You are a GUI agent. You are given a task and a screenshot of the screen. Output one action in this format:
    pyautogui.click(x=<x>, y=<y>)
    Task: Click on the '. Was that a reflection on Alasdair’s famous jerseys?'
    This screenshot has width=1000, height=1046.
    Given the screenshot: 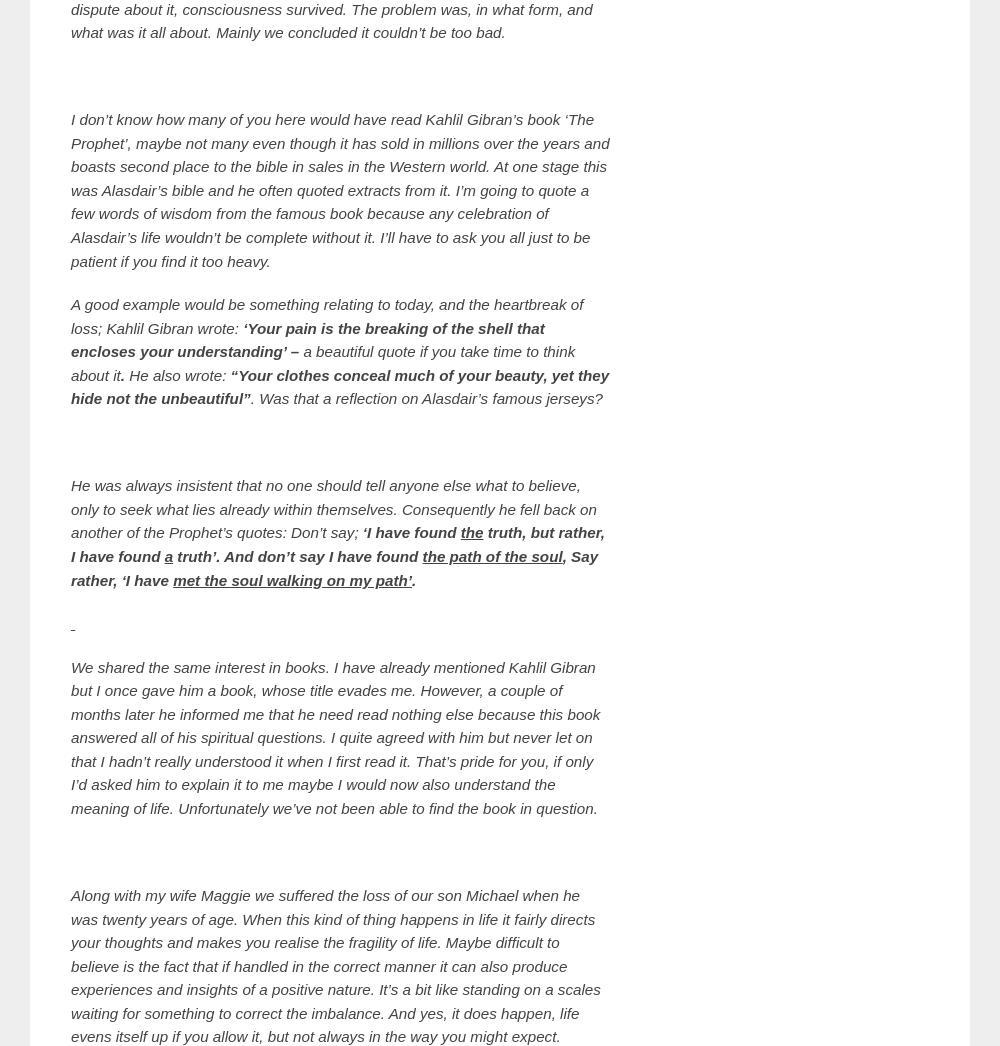 What is the action you would take?
    pyautogui.click(x=426, y=398)
    